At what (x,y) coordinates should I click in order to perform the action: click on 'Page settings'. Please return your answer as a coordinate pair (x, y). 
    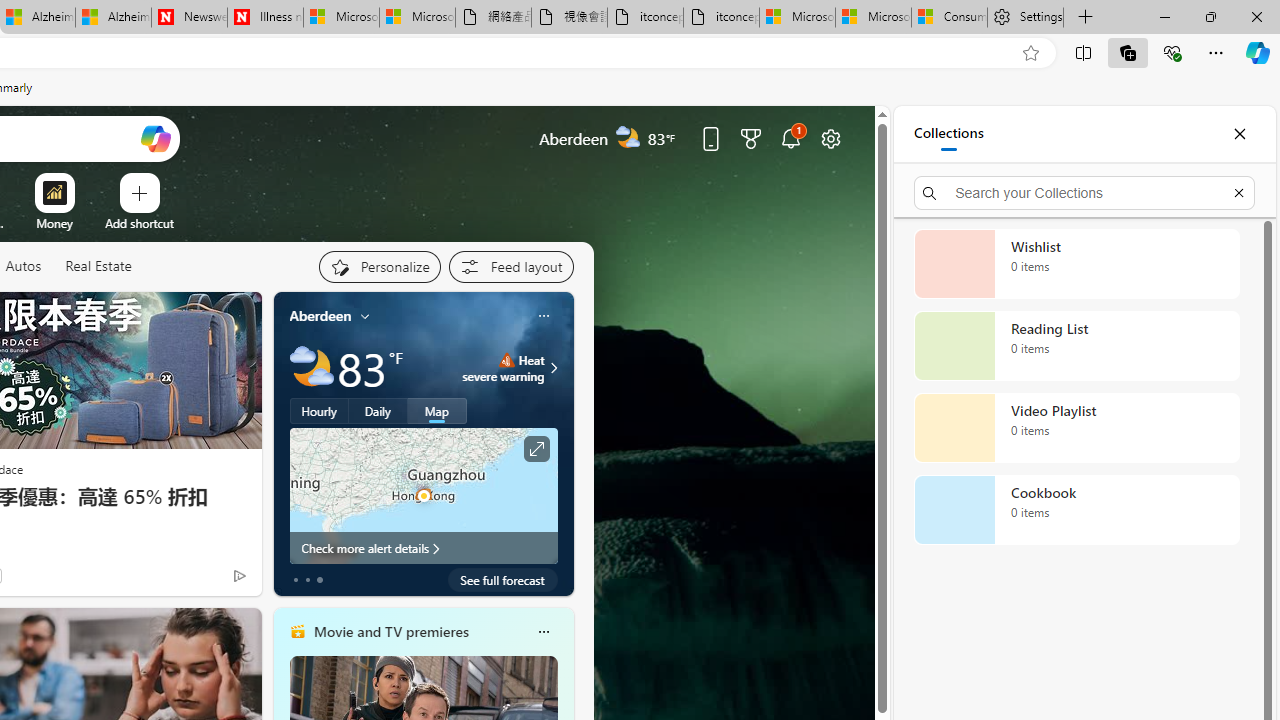
    Looking at the image, I should click on (831, 137).